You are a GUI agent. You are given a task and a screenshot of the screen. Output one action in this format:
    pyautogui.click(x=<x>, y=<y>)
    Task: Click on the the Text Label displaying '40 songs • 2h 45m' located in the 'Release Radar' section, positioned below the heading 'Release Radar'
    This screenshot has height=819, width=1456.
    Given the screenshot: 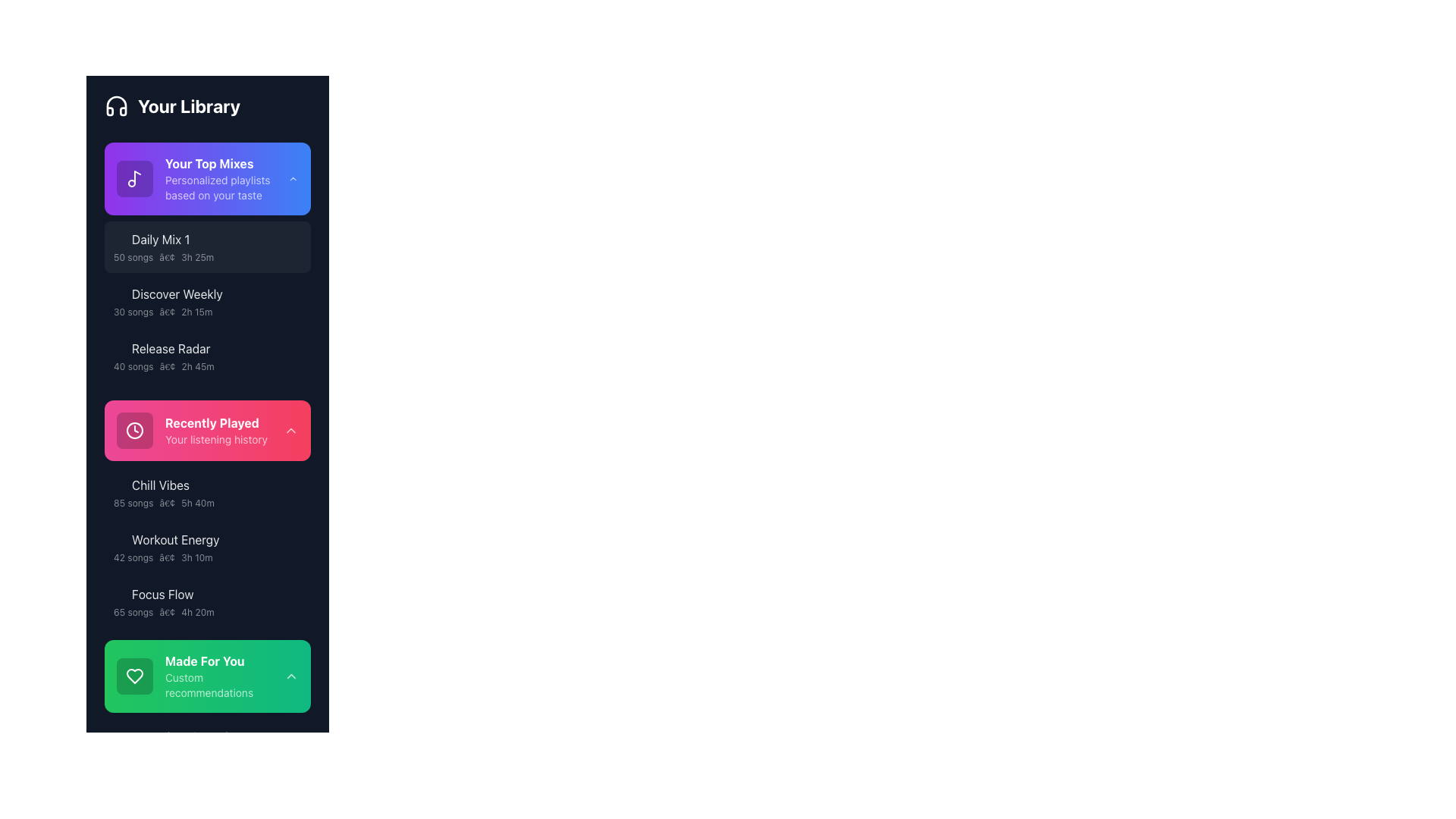 What is the action you would take?
    pyautogui.click(x=199, y=366)
    